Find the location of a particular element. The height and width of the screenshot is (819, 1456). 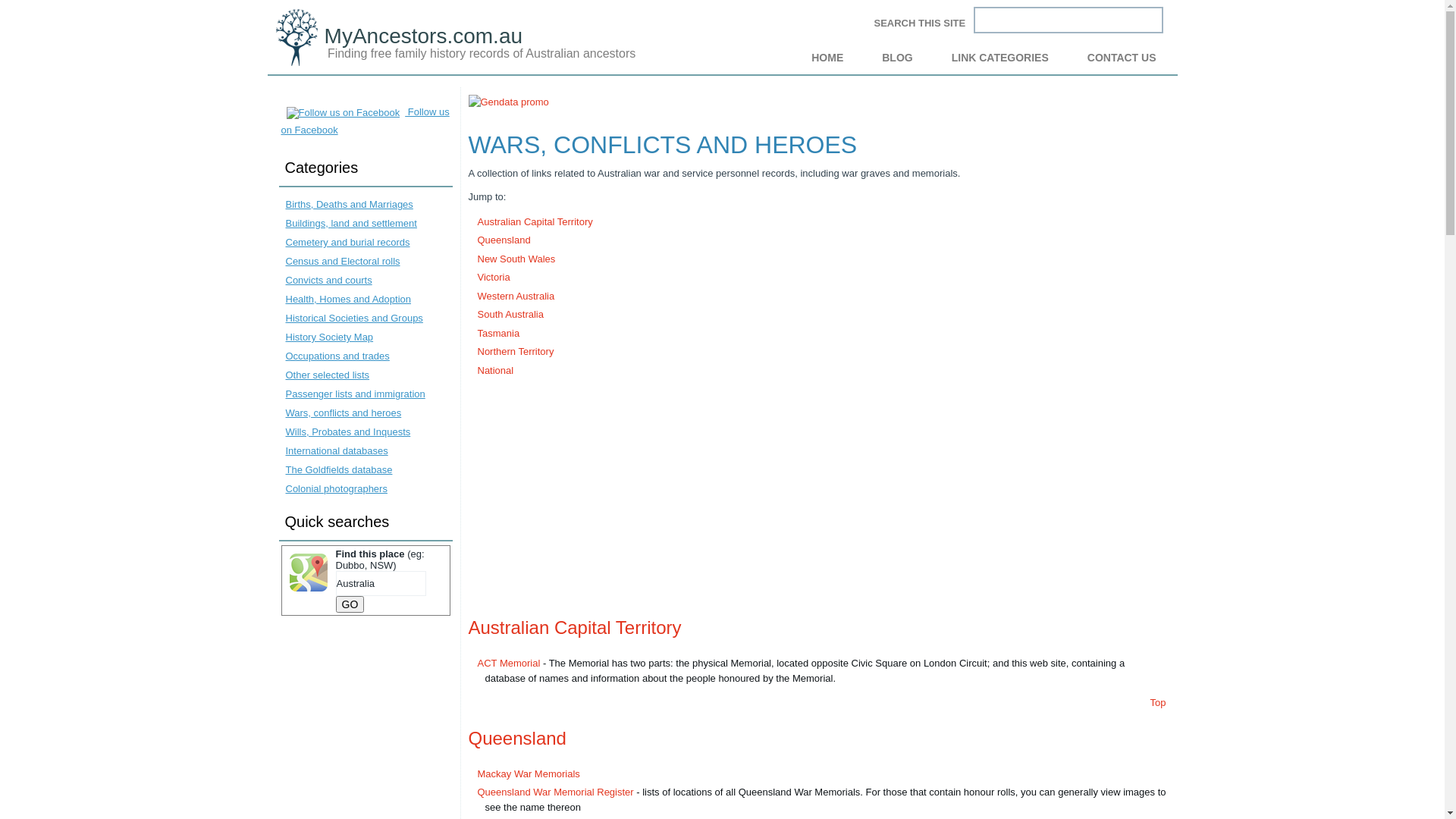

'Tasmania' is located at coordinates (498, 332).